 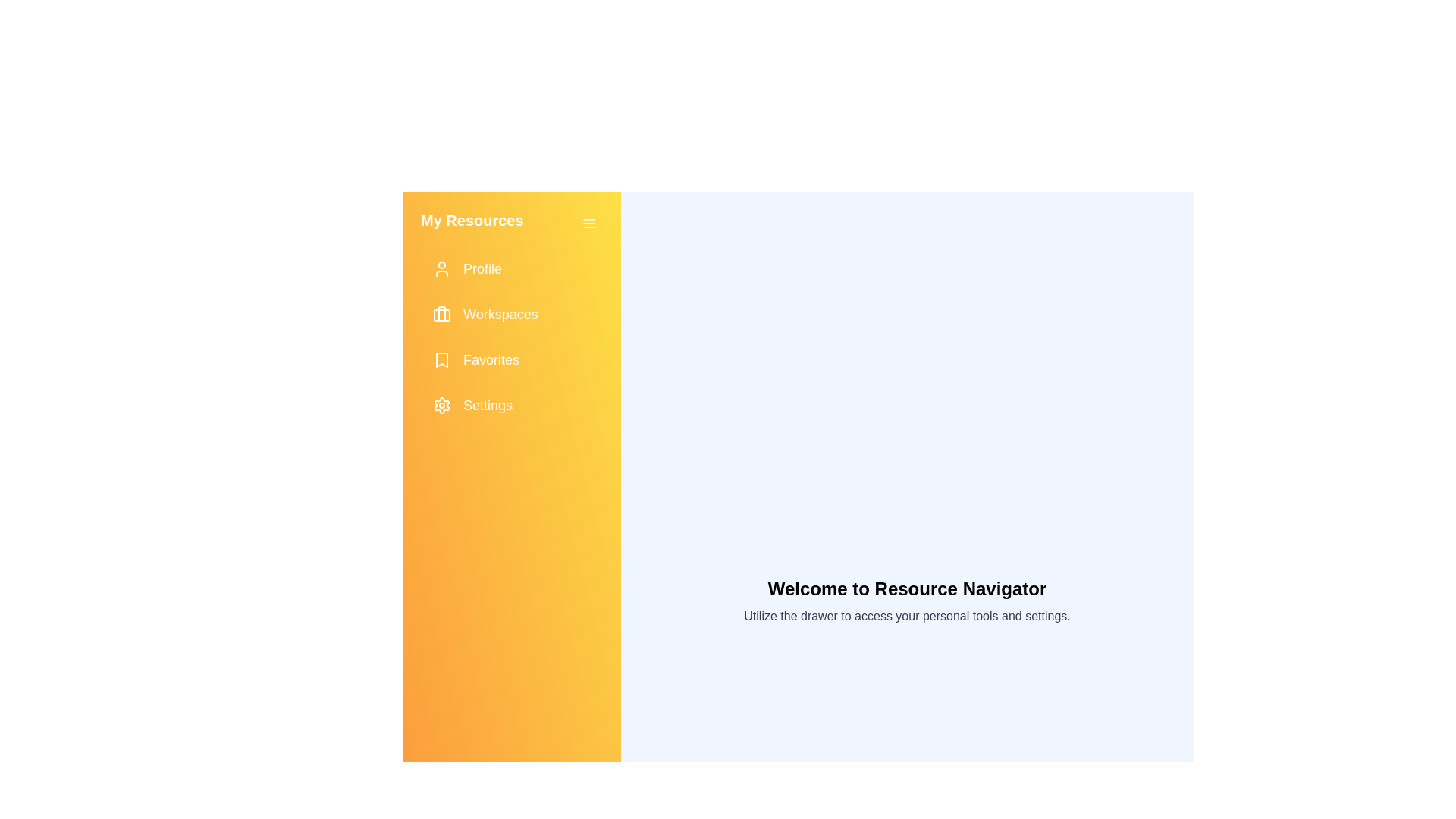 I want to click on toggle button to close the navigation drawer, so click(x=588, y=223).